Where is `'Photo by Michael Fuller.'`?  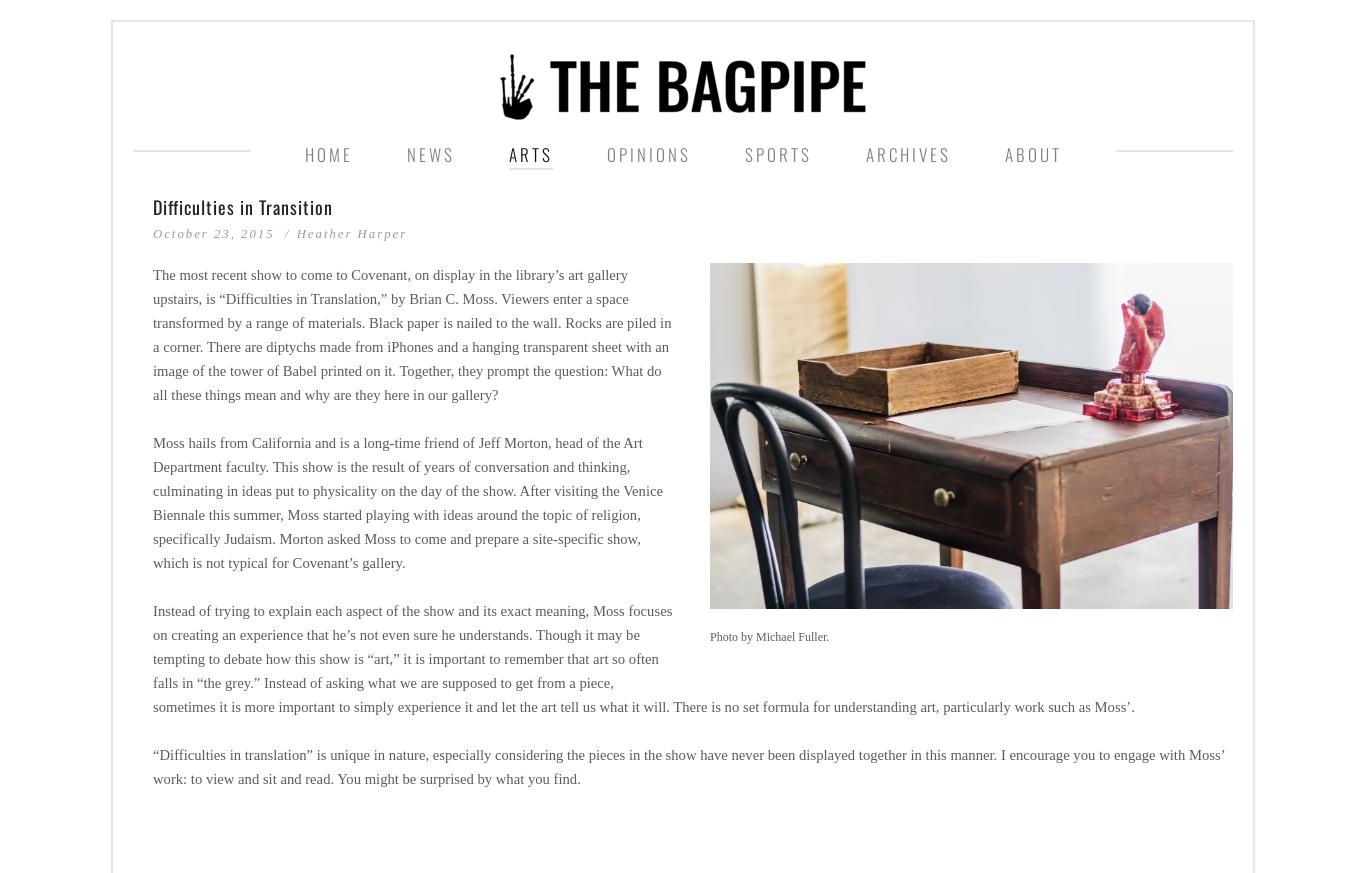
'Photo by Michael Fuller.' is located at coordinates (710, 637).